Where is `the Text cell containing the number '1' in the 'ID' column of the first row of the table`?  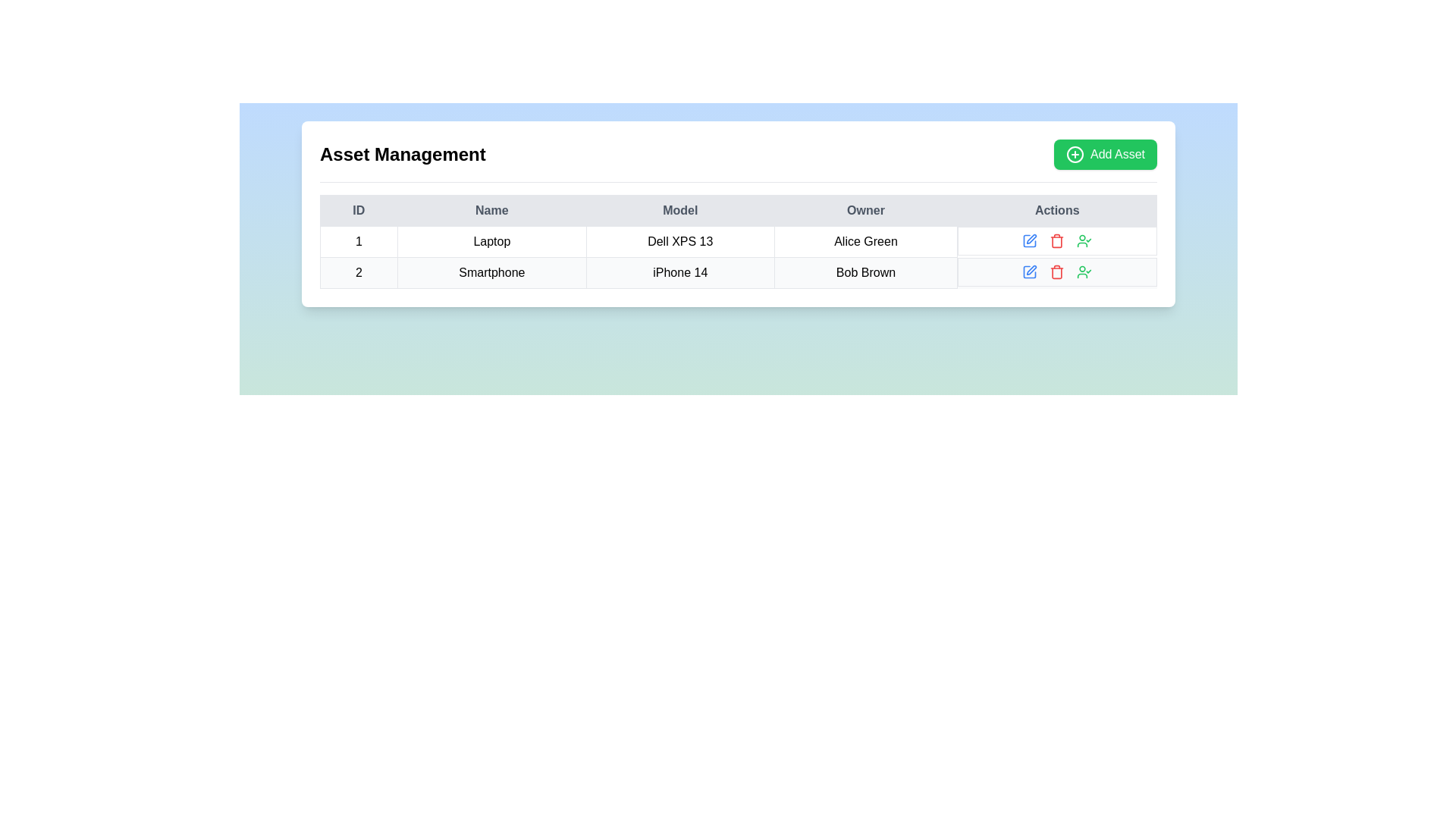
the Text cell containing the number '1' in the 'ID' column of the first row of the table is located at coordinates (358, 241).